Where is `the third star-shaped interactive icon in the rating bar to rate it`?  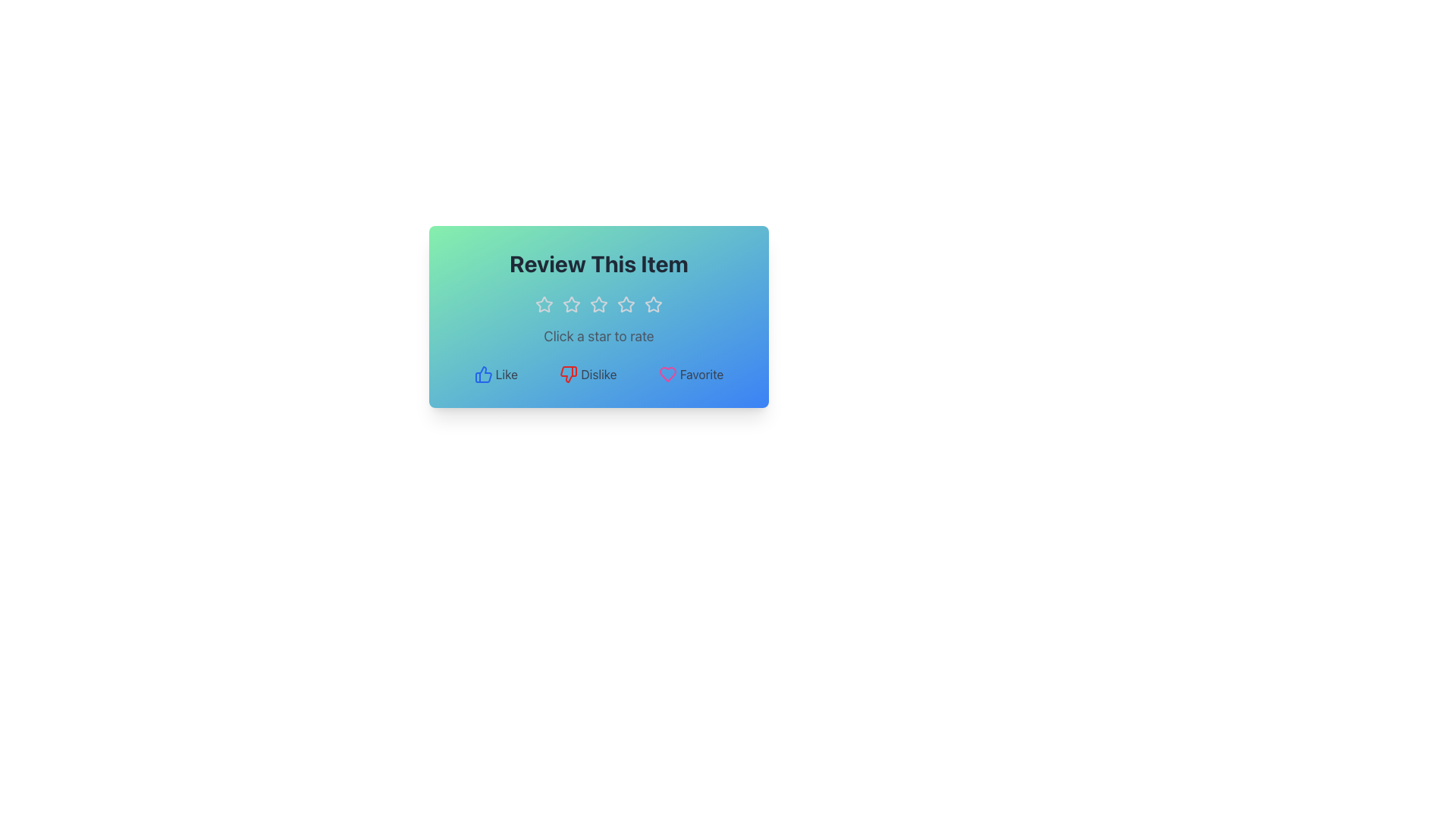 the third star-shaped interactive icon in the rating bar to rate it is located at coordinates (626, 304).